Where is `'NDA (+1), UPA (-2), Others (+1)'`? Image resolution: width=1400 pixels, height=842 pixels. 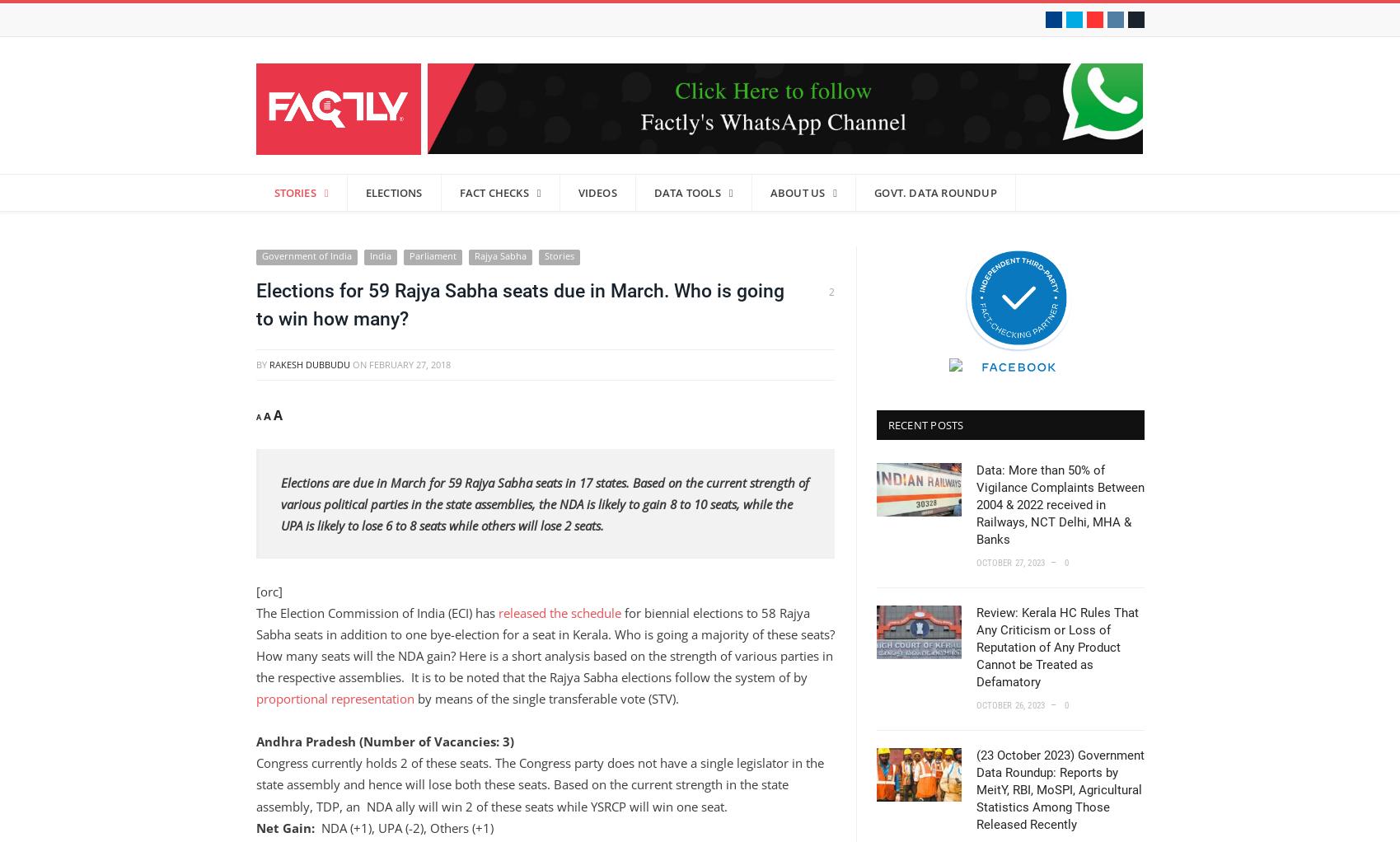 'NDA (+1), UPA (-2), Others (+1)' is located at coordinates (313, 827).